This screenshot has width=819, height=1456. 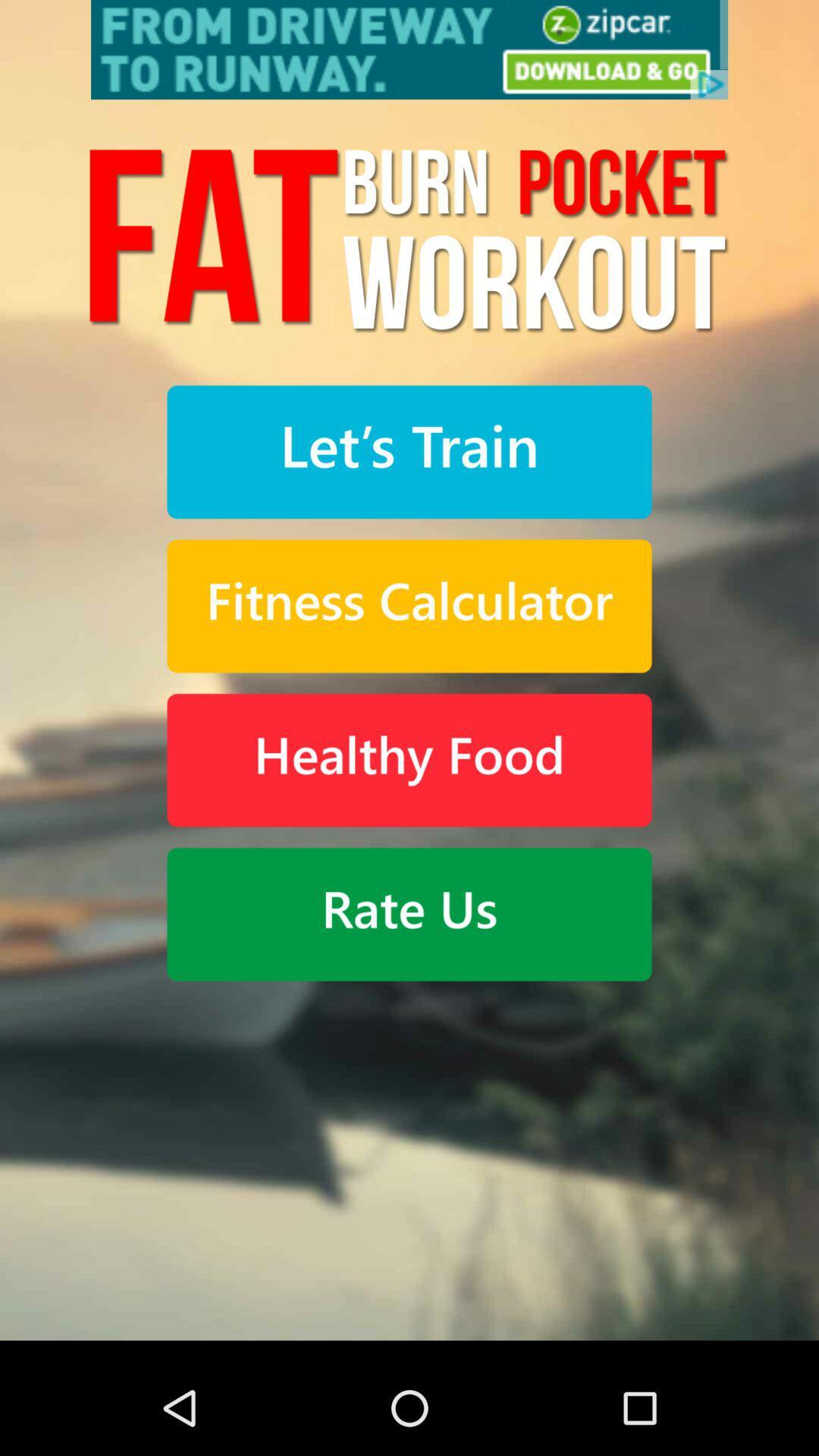 I want to click on use fitness calculator, so click(x=409, y=605).